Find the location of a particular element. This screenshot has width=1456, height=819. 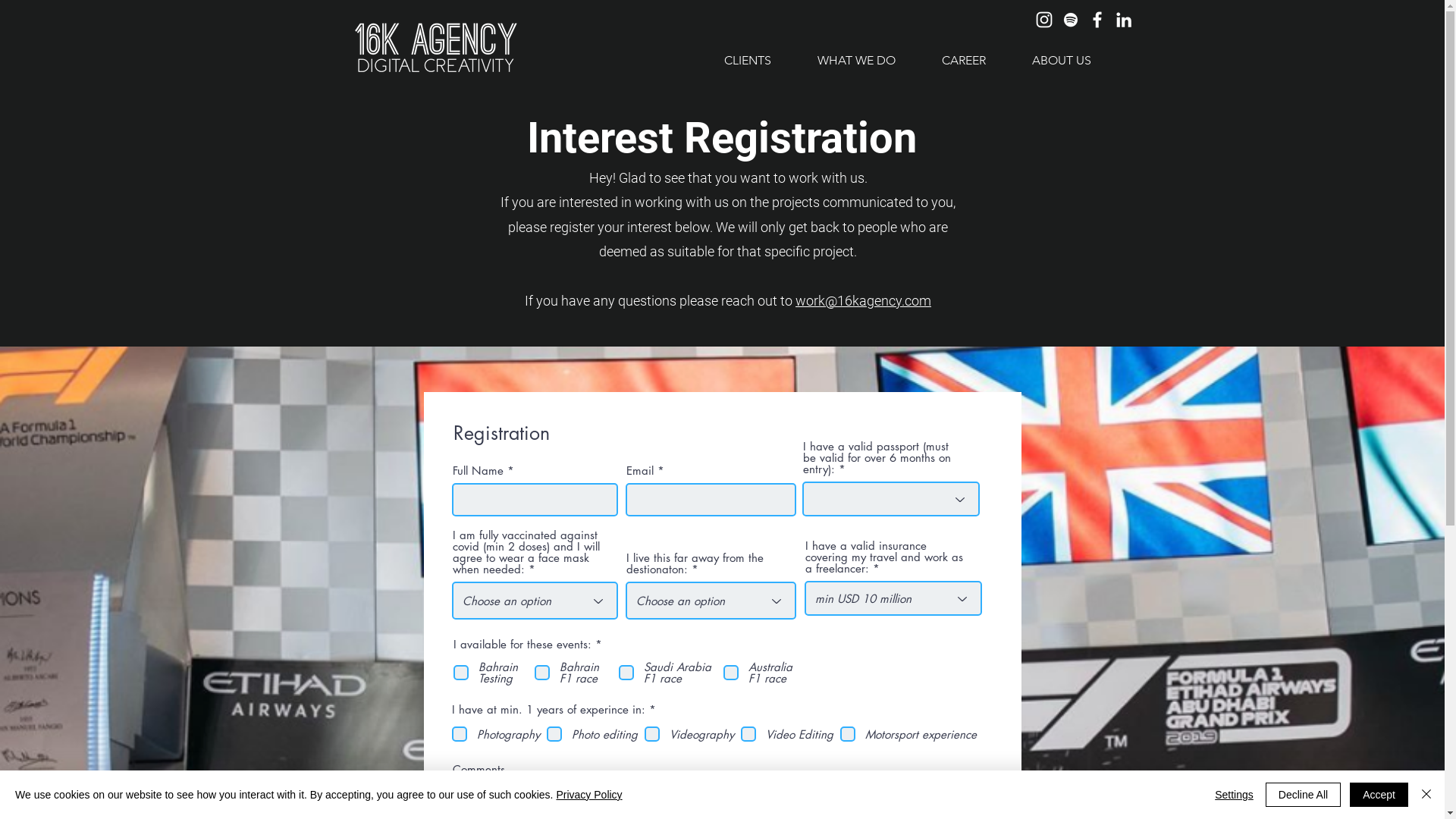

'ABOUT US' is located at coordinates (1060, 59).